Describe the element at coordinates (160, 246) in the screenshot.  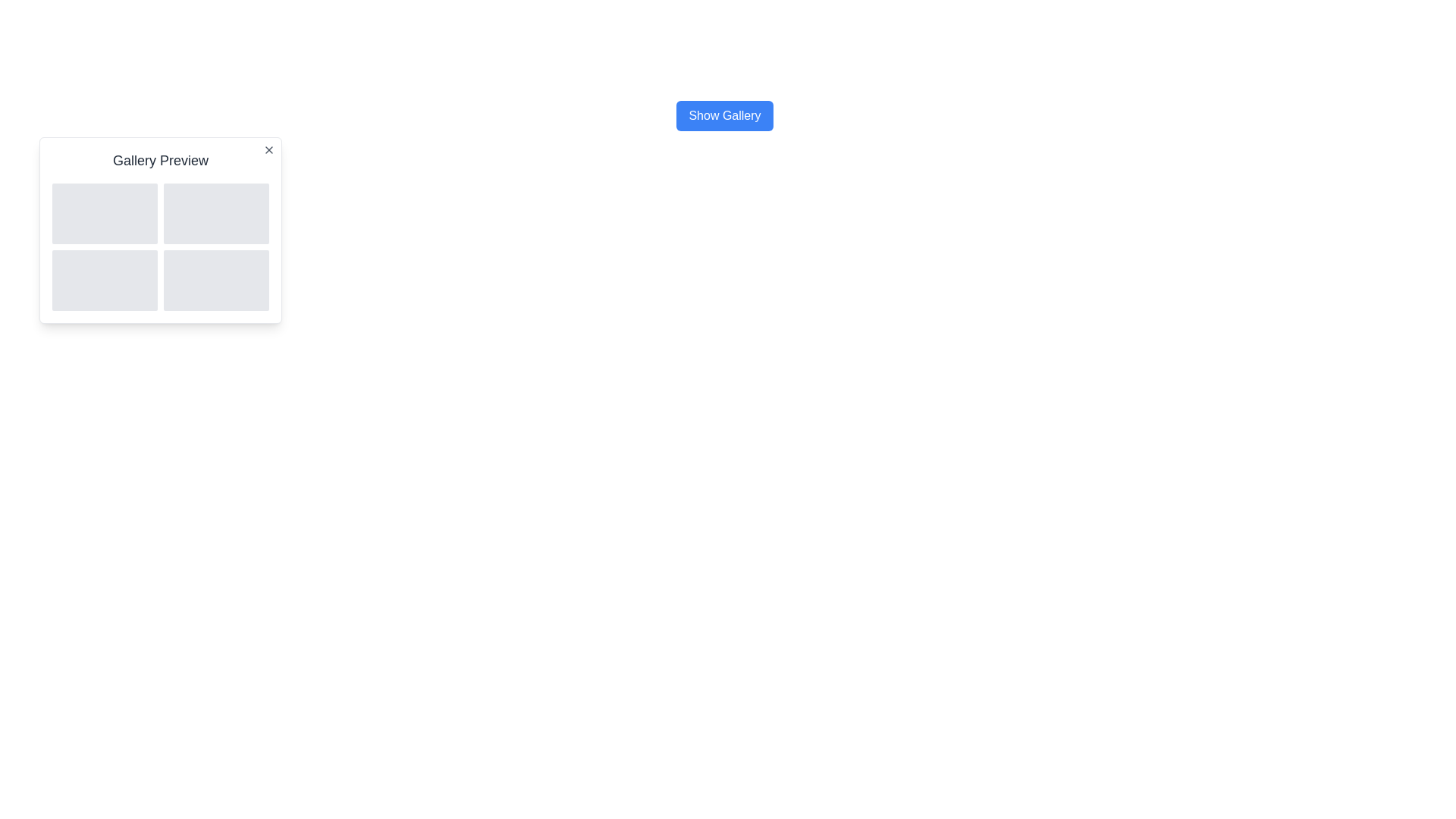
I see `one of the grid blocks` at that location.